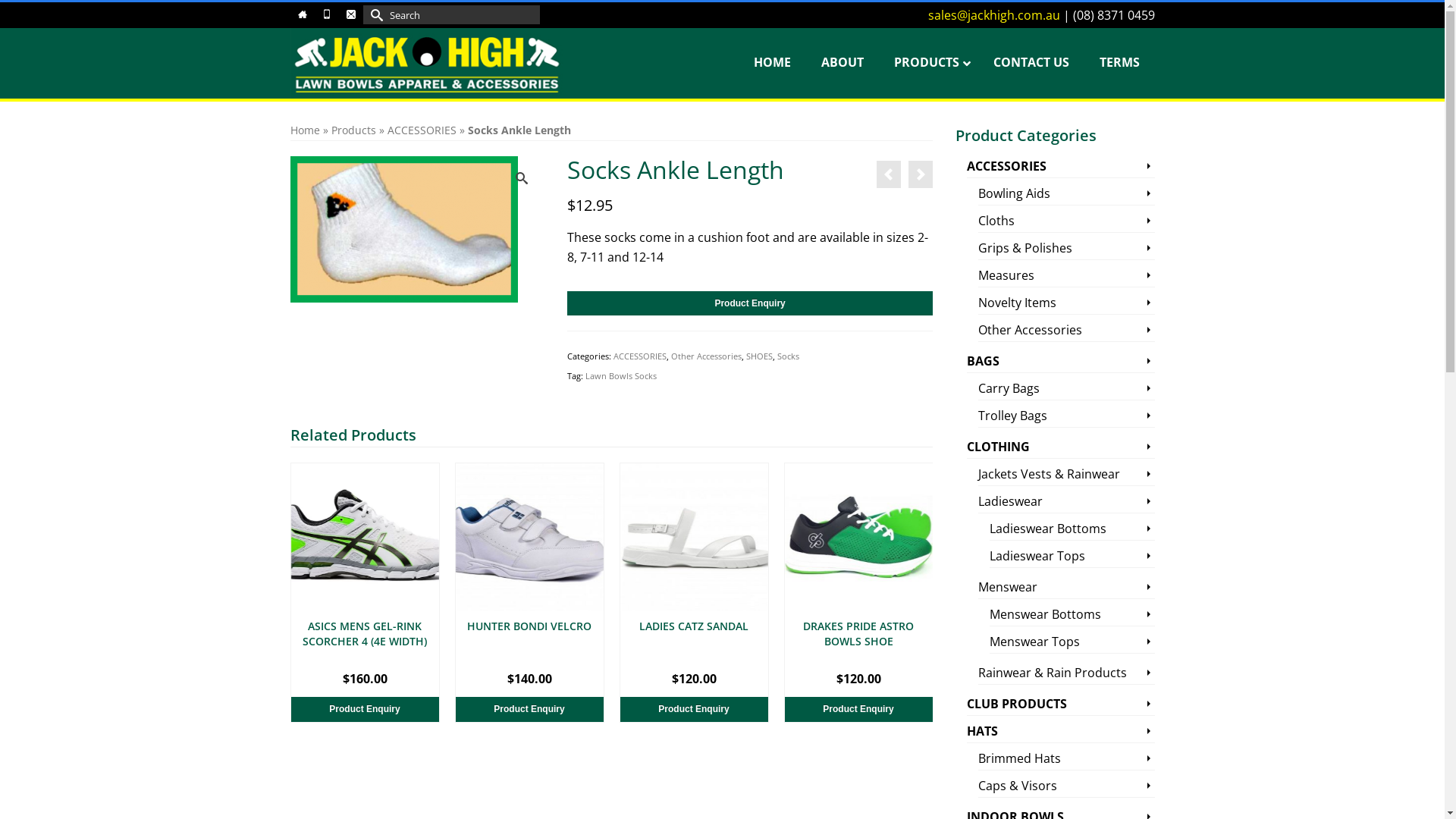  What do you see at coordinates (739, 61) in the screenshot?
I see `'HOME'` at bounding box center [739, 61].